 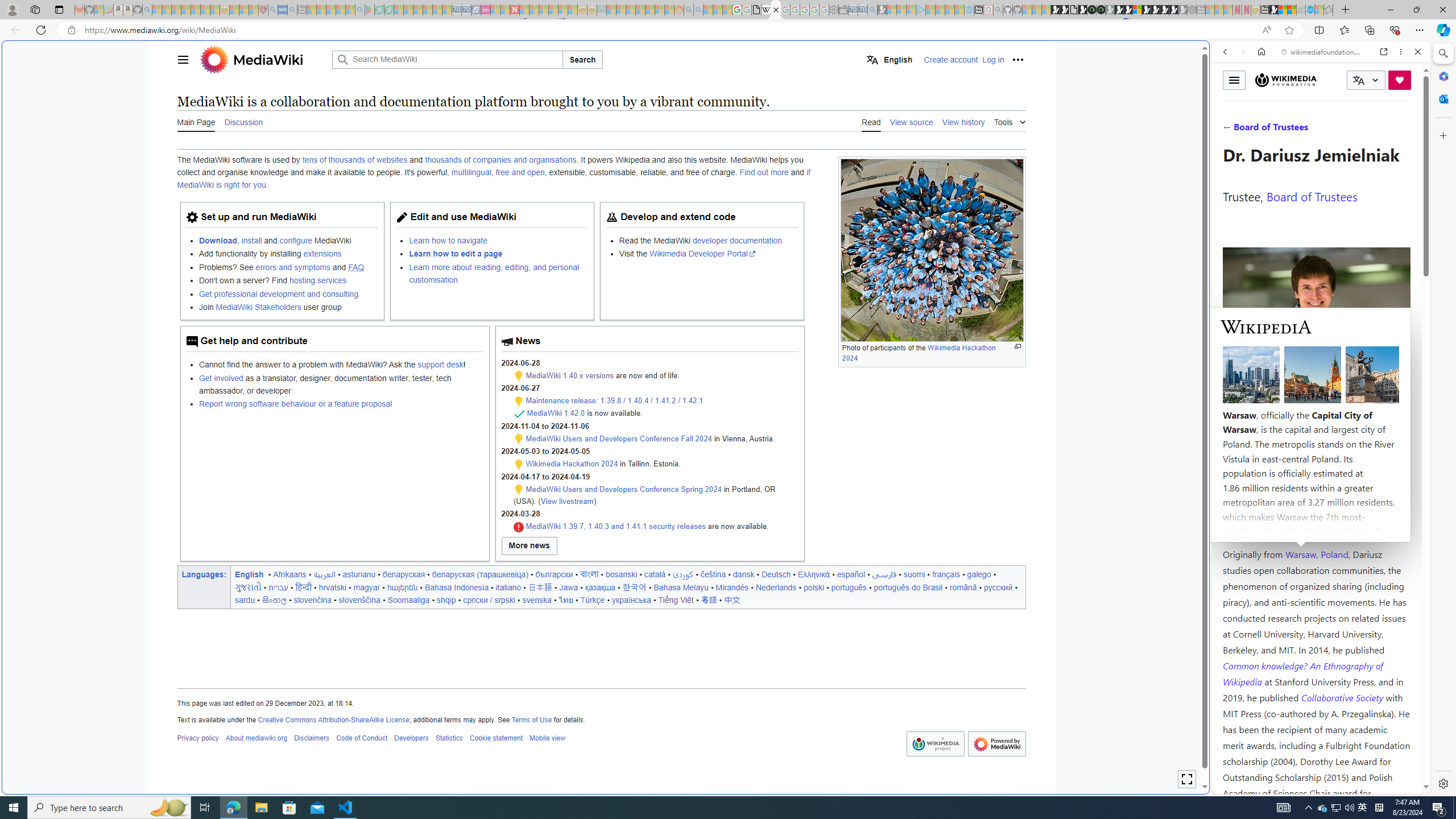 What do you see at coordinates (536, 599) in the screenshot?
I see `'svenska'` at bounding box center [536, 599].